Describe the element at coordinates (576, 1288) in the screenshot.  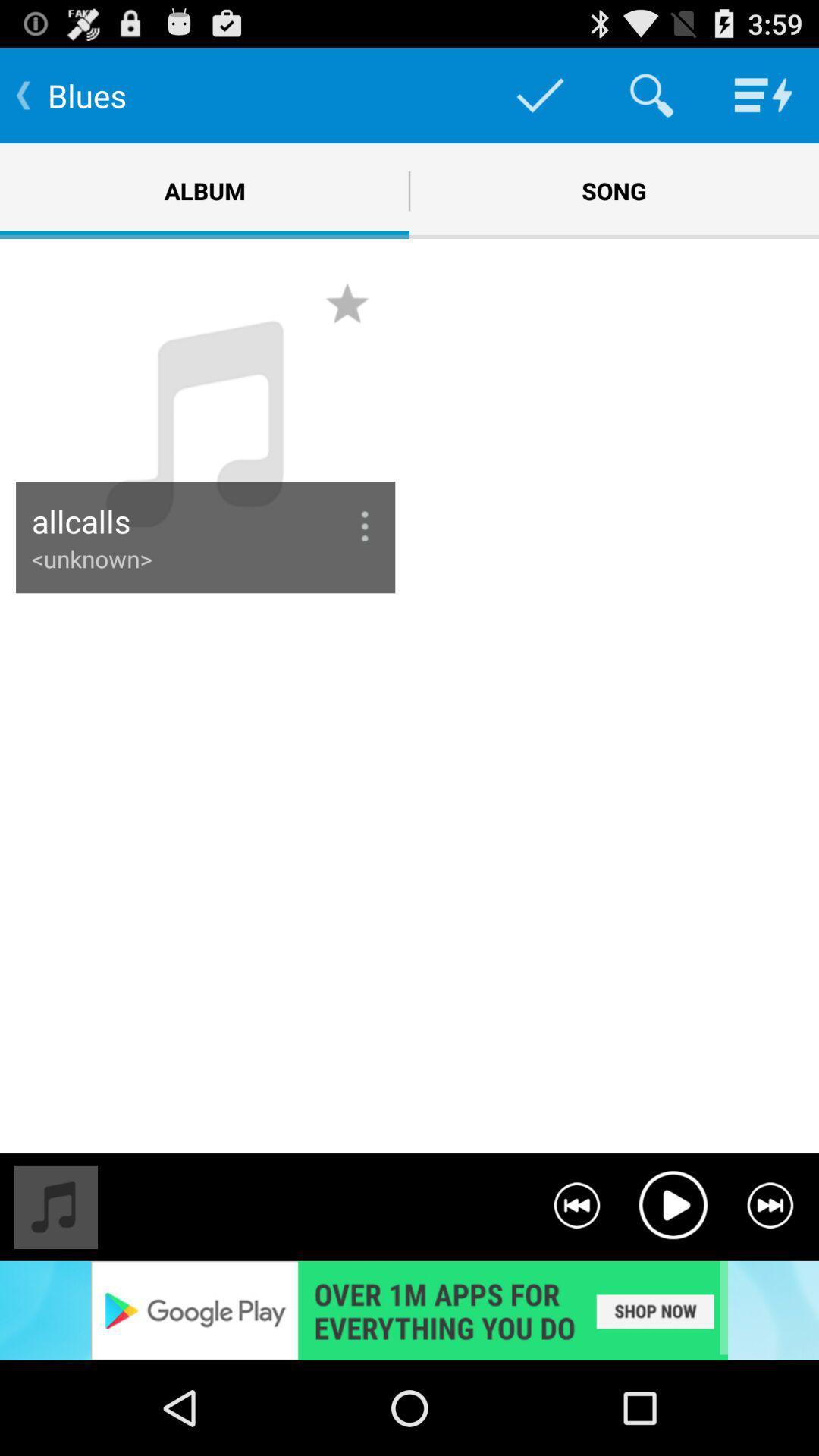
I see `the skip_previous icon` at that location.